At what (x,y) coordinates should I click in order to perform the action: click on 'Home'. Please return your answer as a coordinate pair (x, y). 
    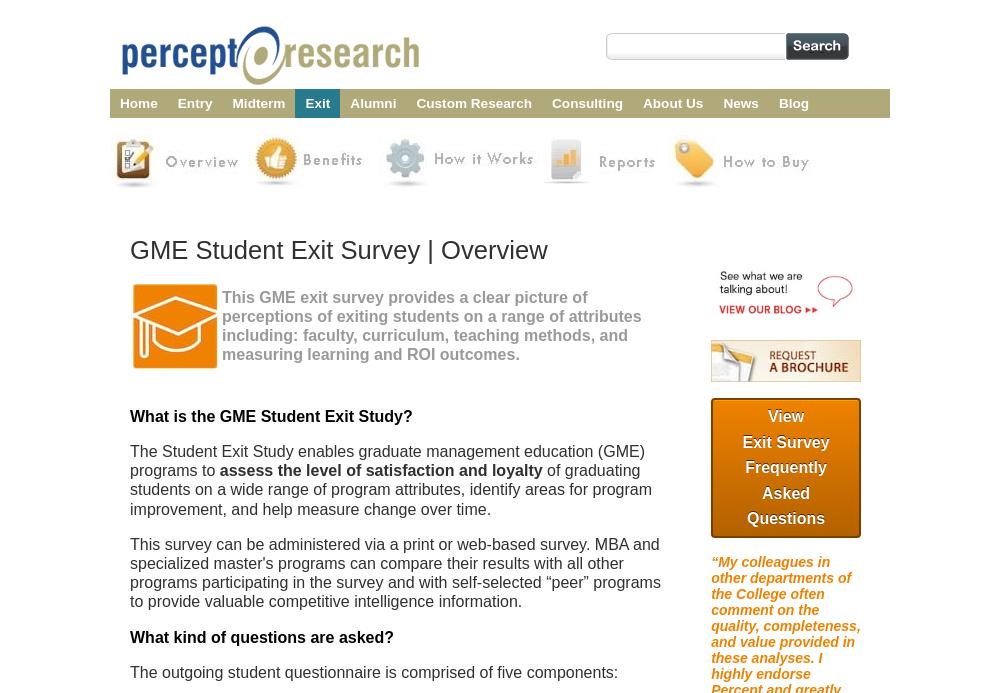
    Looking at the image, I should click on (138, 103).